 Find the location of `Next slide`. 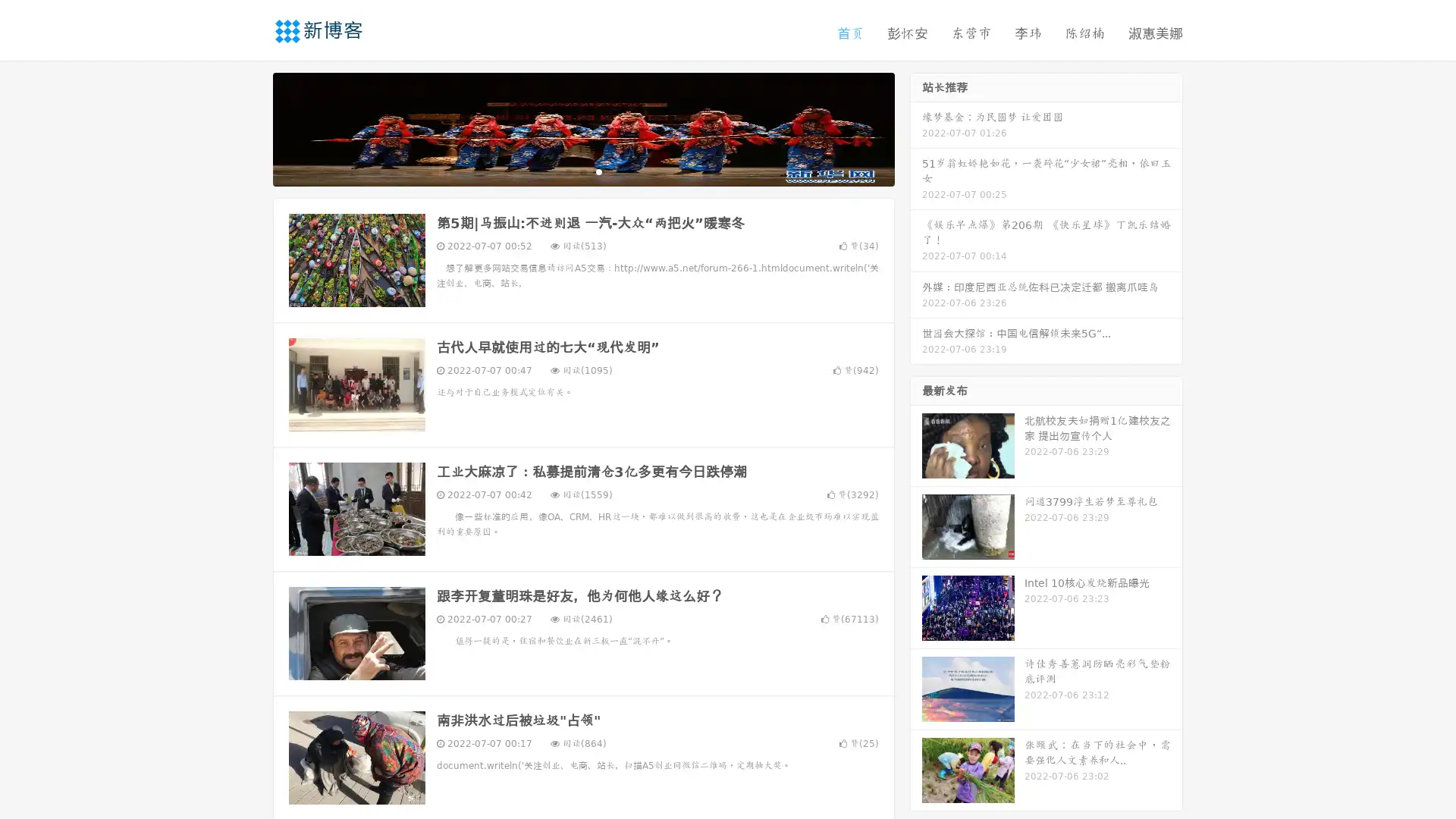

Next slide is located at coordinates (916, 127).